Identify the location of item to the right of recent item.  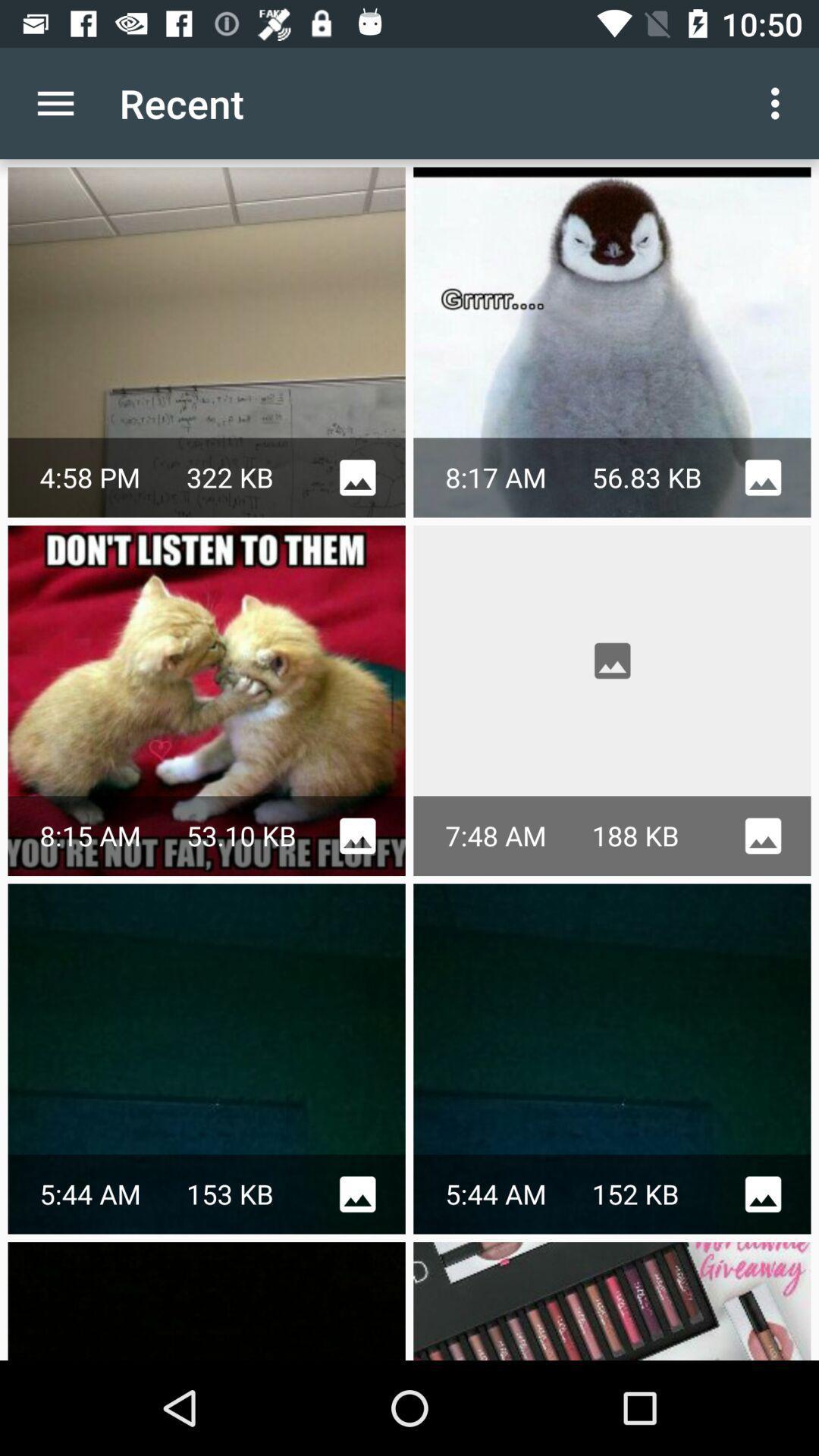
(779, 102).